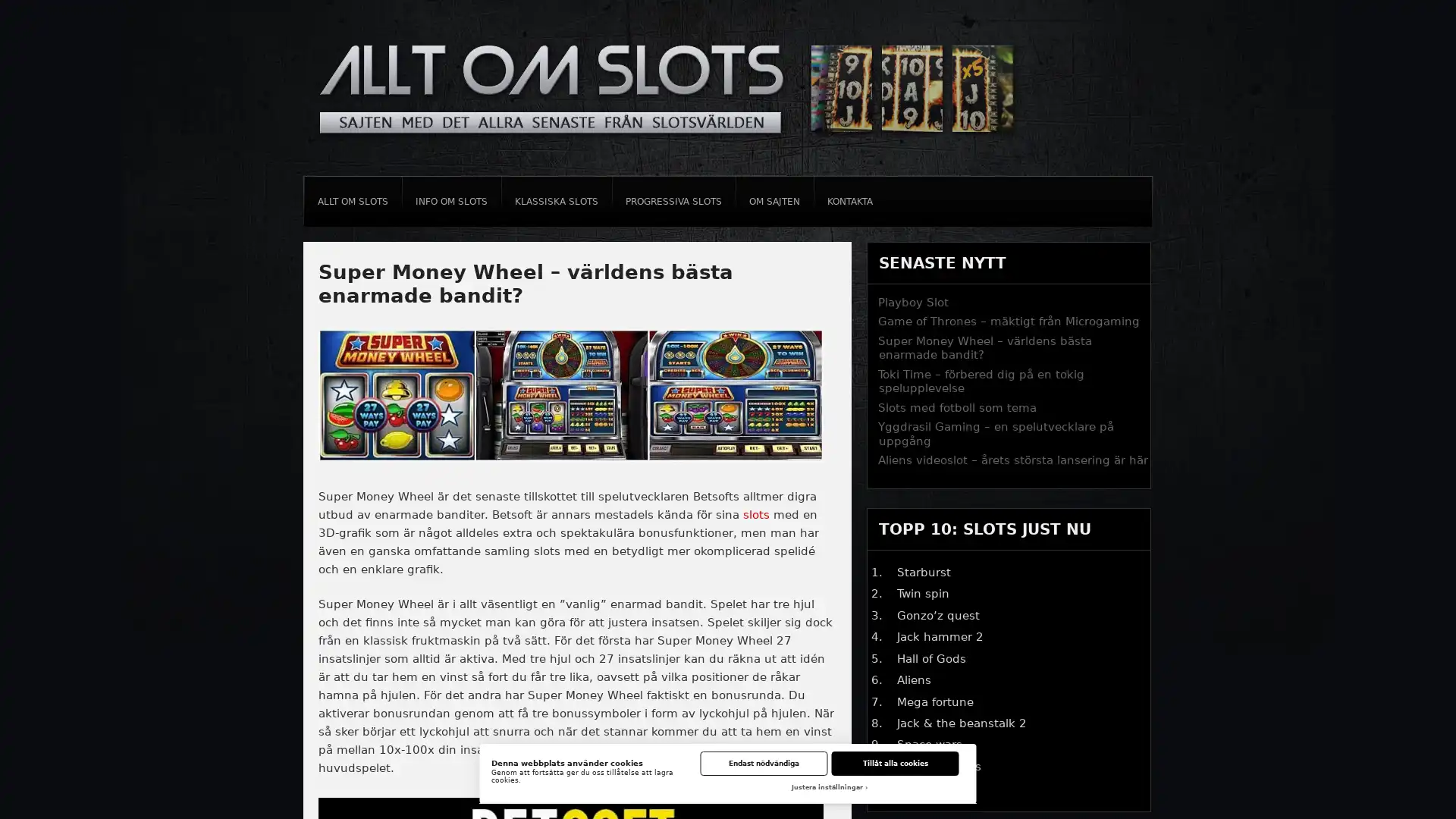  Describe the element at coordinates (764, 763) in the screenshot. I see `Endast nodvandiga` at that location.